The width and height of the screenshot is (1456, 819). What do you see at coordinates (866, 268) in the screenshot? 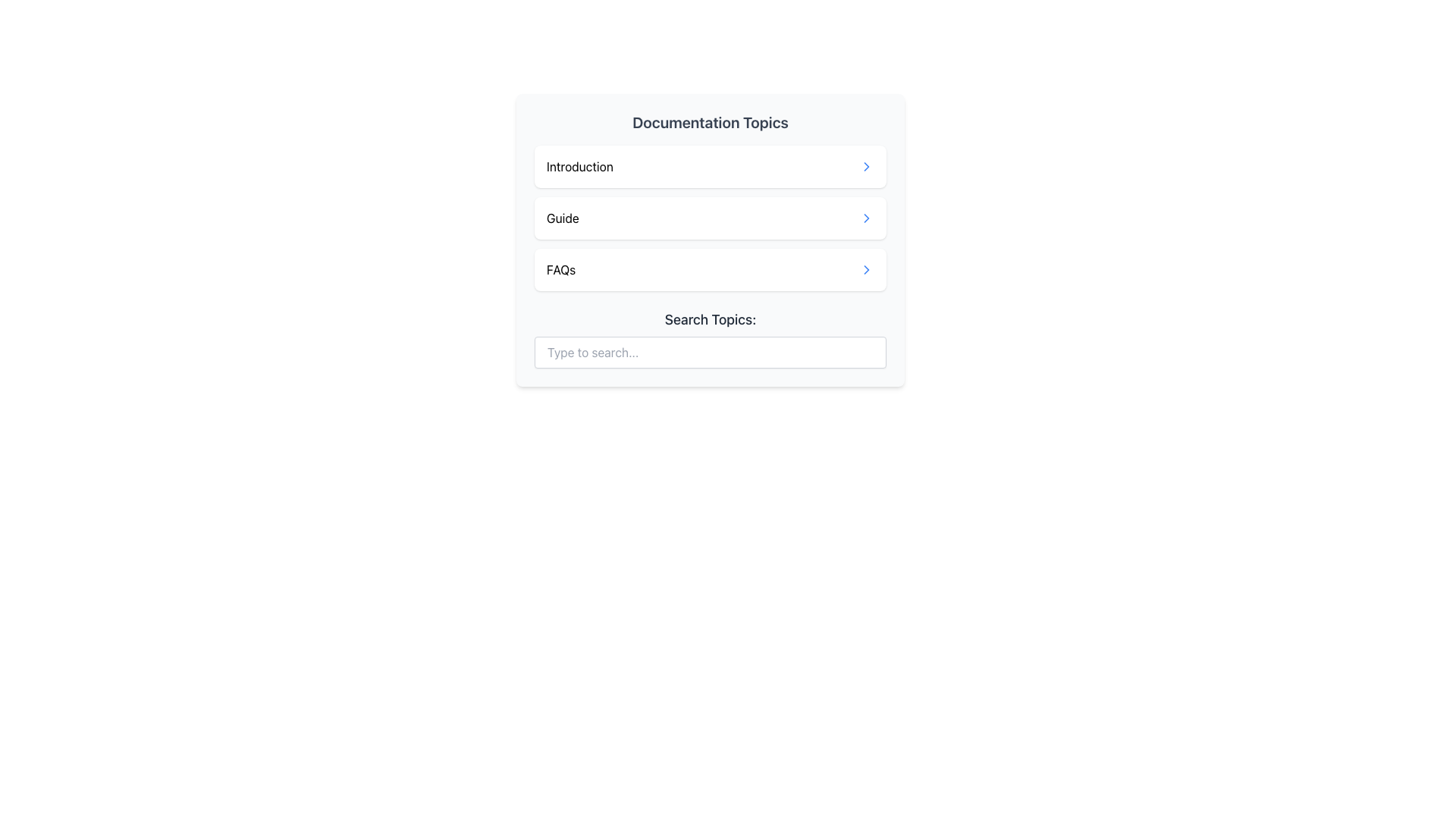
I see `the navigation icon located inside the 'FAQs' button, which is aligned on the far-right end of the button, immediately to the right of the label 'FAQs'` at bounding box center [866, 268].